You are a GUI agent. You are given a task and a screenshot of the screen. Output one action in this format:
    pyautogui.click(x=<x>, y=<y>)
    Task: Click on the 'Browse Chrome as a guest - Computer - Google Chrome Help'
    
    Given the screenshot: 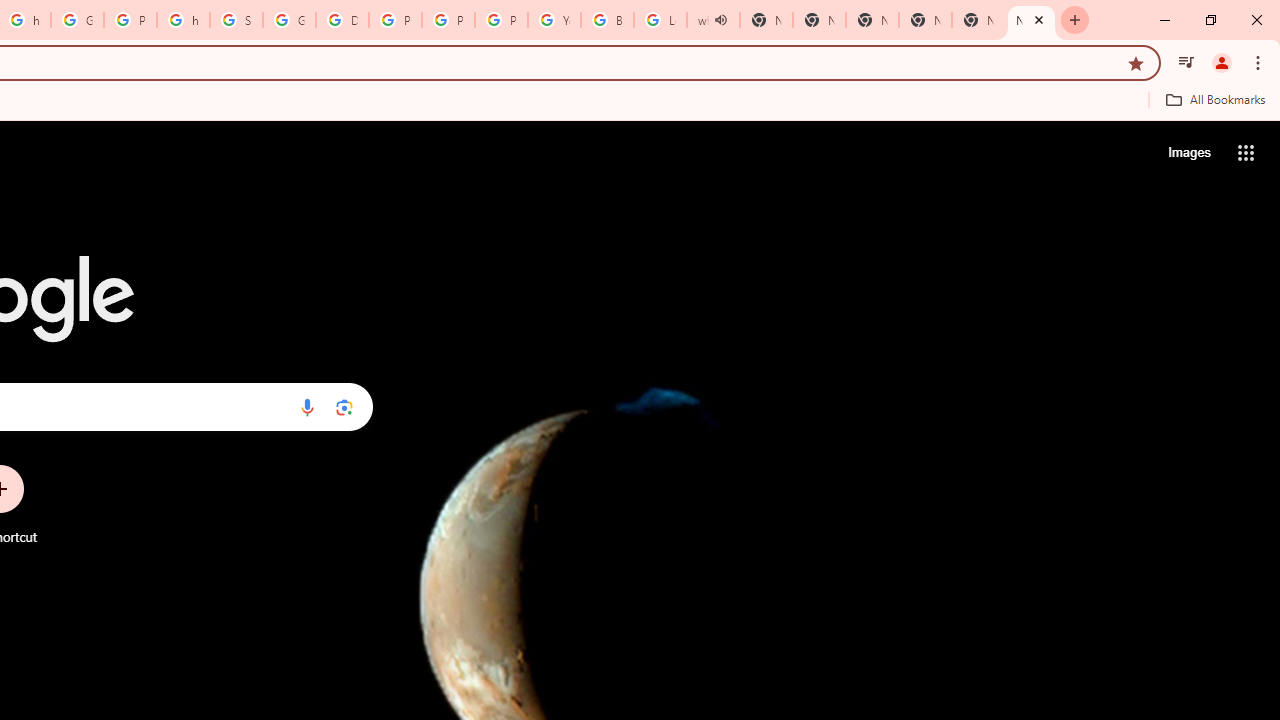 What is the action you would take?
    pyautogui.click(x=606, y=20)
    